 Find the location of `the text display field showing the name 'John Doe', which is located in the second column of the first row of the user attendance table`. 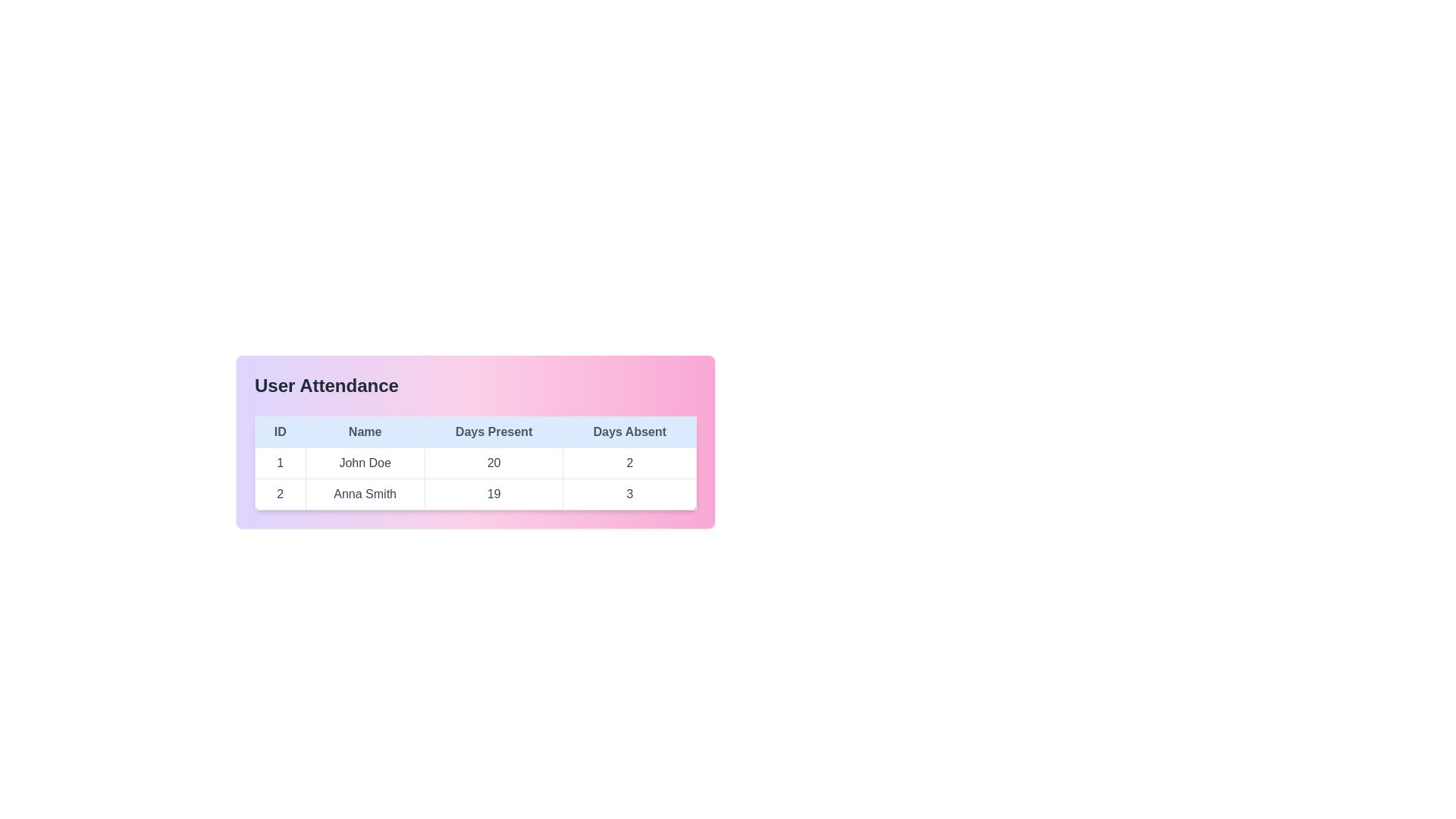

the text display field showing the name 'John Doe', which is located in the second column of the first row of the user attendance table is located at coordinates (365, 462).